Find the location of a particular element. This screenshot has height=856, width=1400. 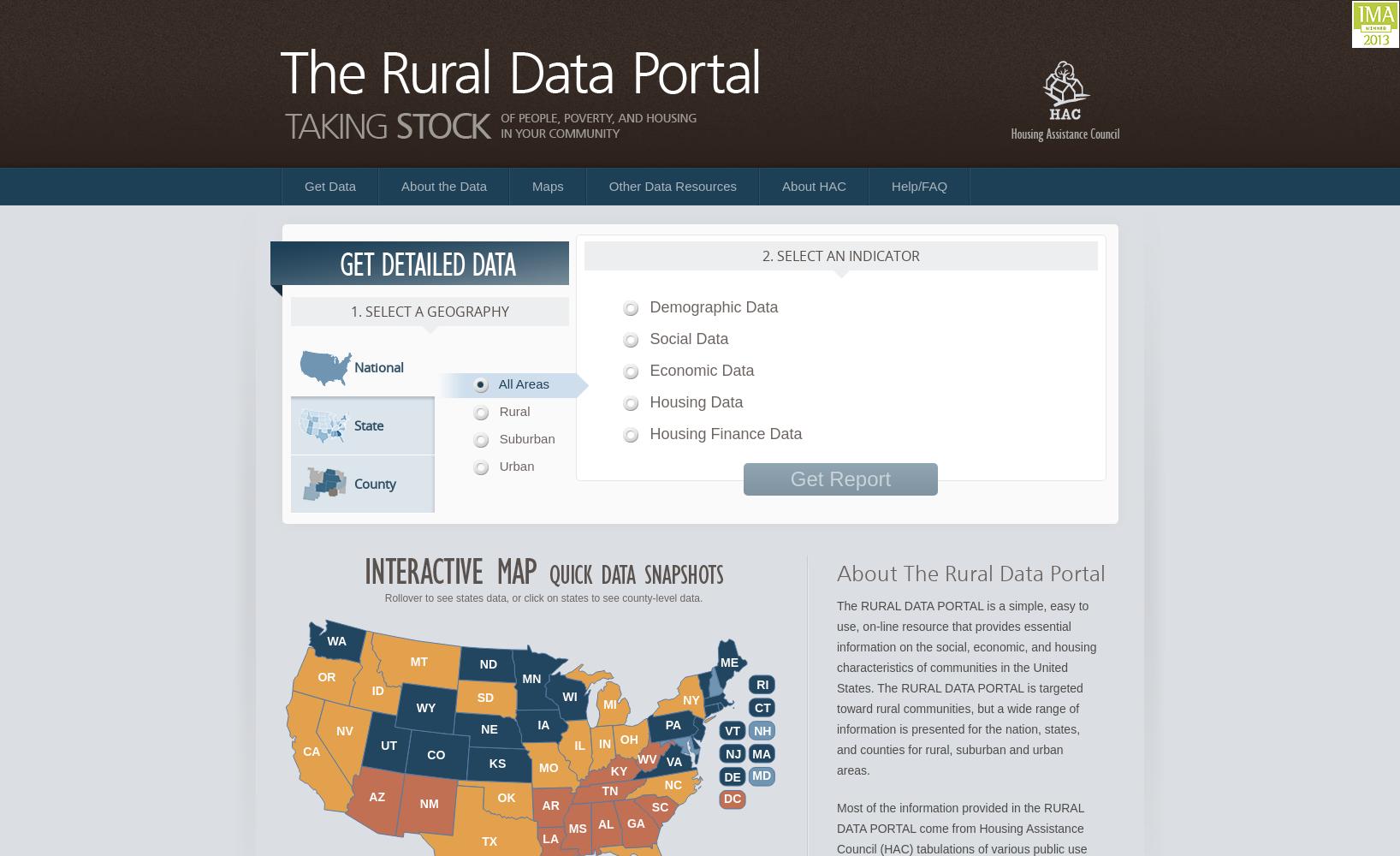

'IL' is located at coordinates (579, 745).